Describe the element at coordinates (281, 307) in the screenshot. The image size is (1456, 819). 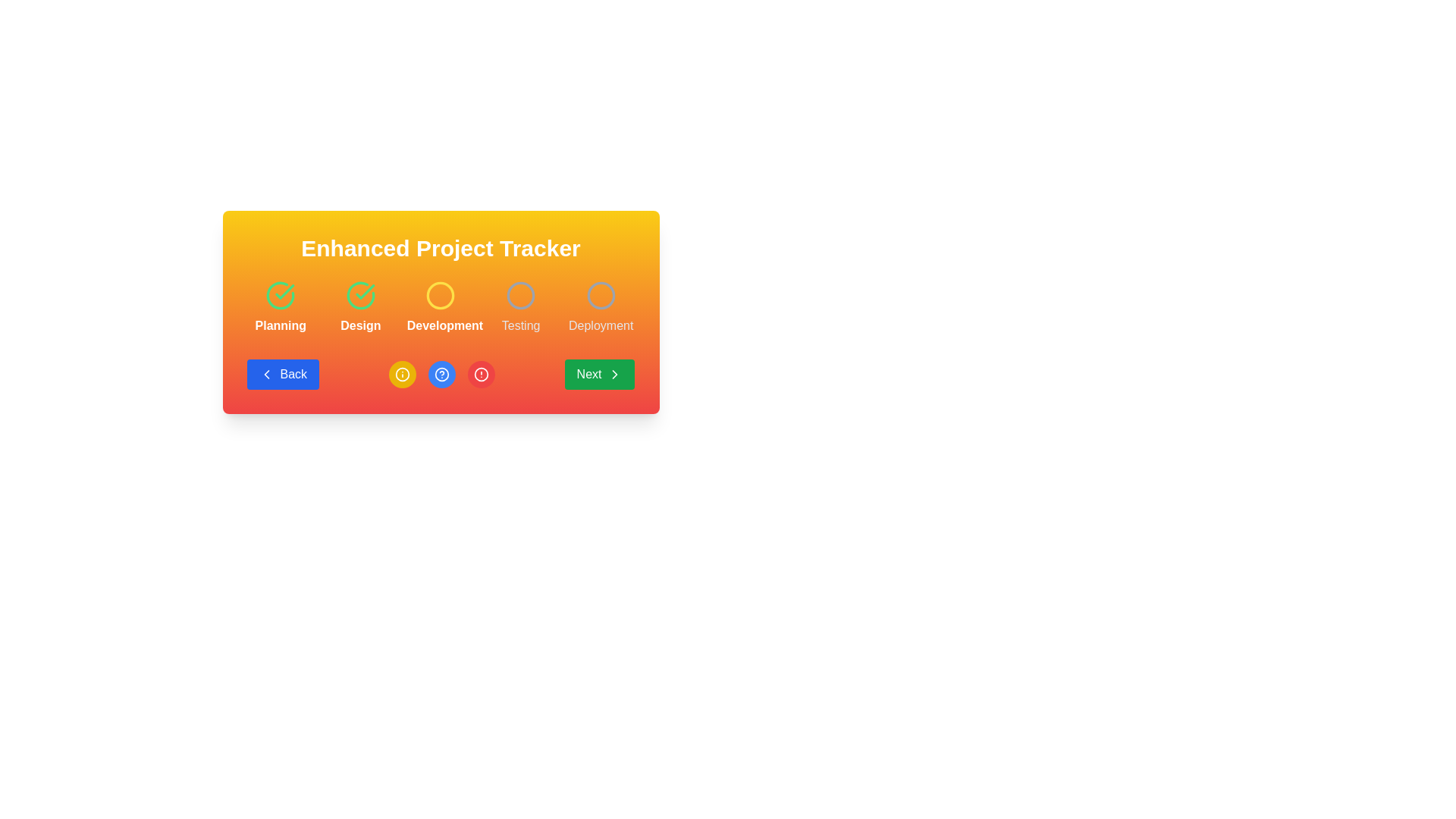
I see `the Step item labeled 'Planning' which consists of a green checkmark icon and a bold white label, positioned as the first in a sequence of five steps` at that location.